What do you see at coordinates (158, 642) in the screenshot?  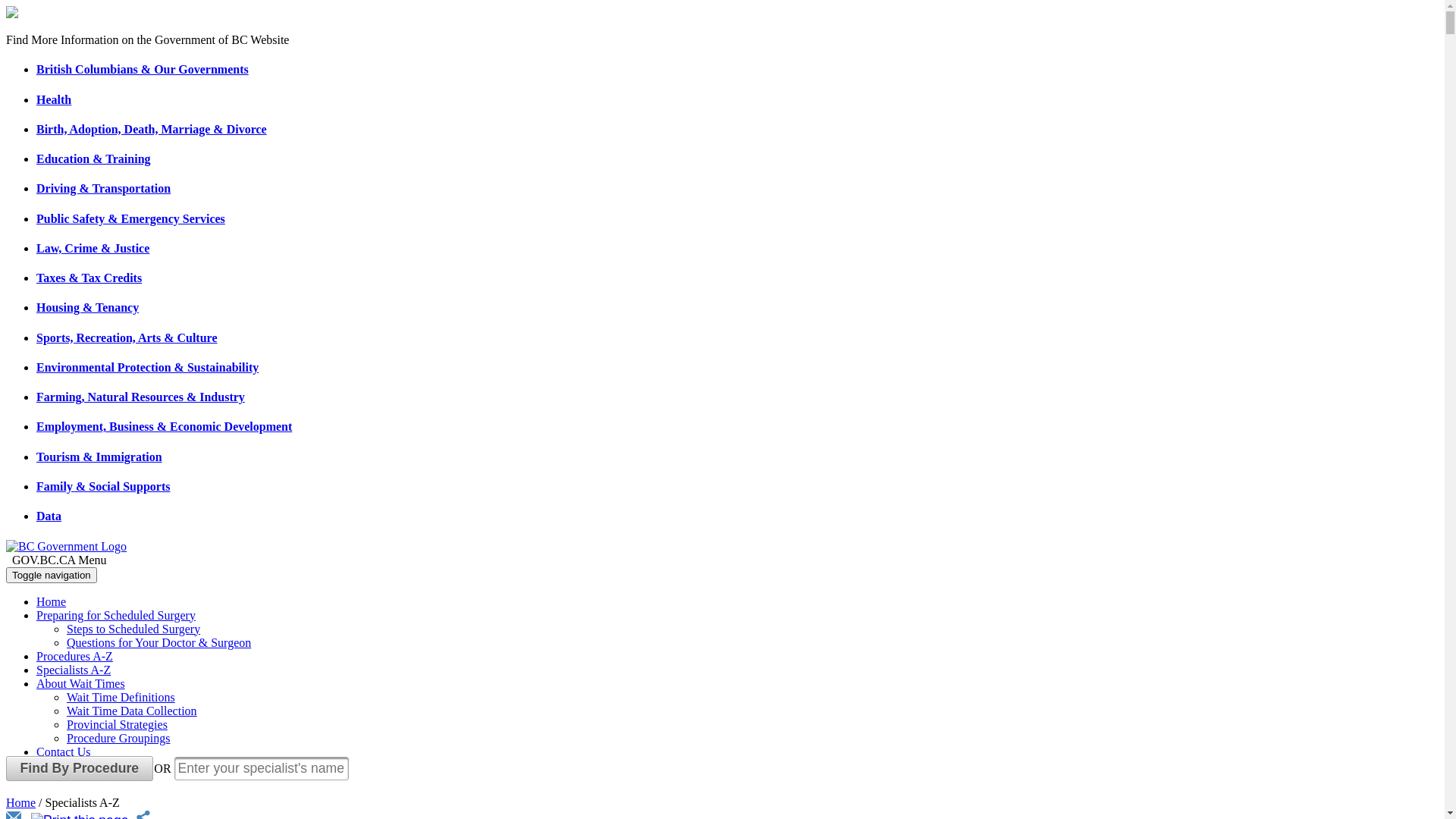 I see `'Questions for Your Doctor & Surgeon'` at bounding box center [158, 642].